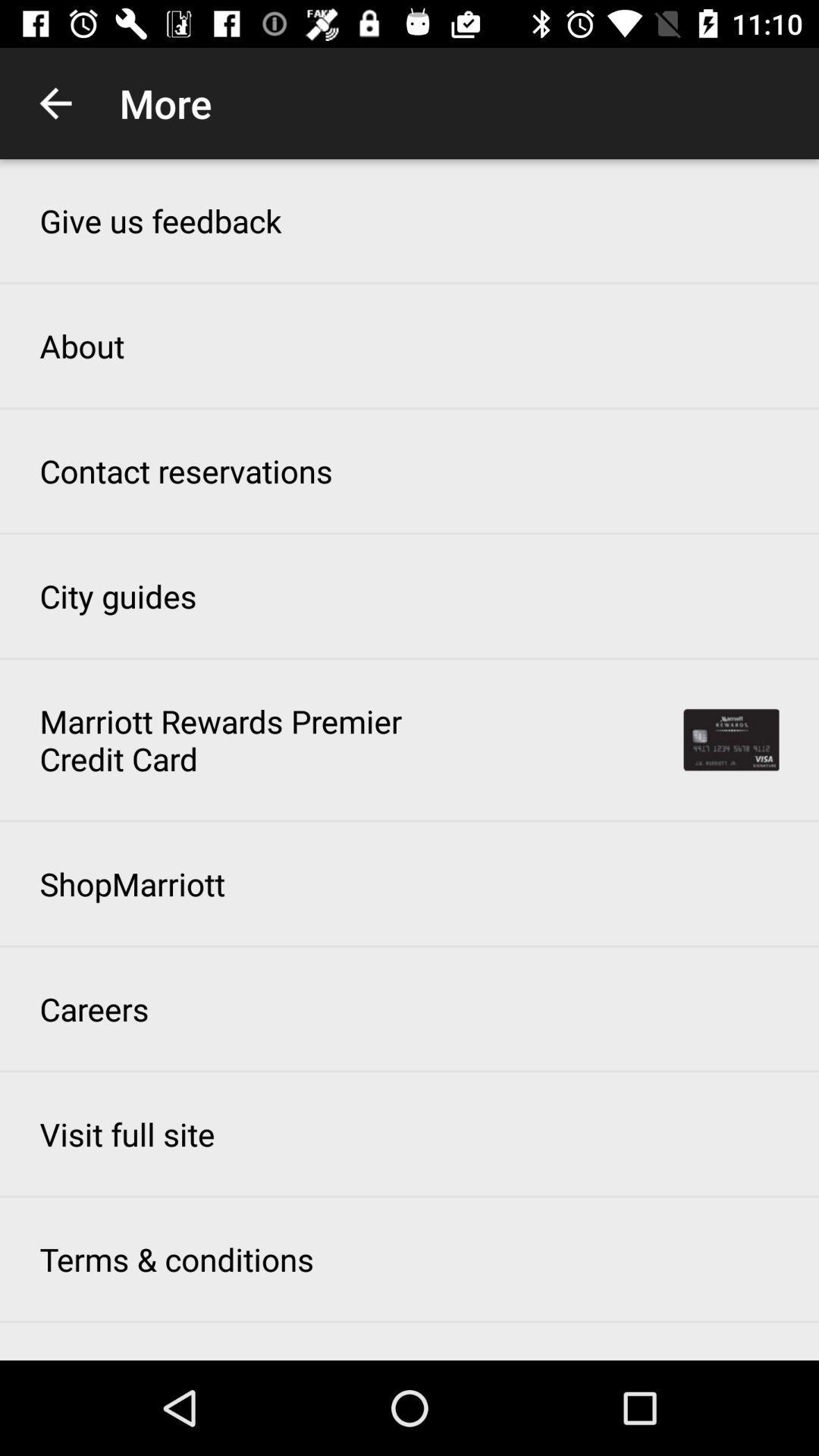 This screenshot has height=1456, width=819. What do you see at coordinates (94, 1009) in the screenshot?
I see `icon above the visit full site item` at bounding box center [94, 1009].